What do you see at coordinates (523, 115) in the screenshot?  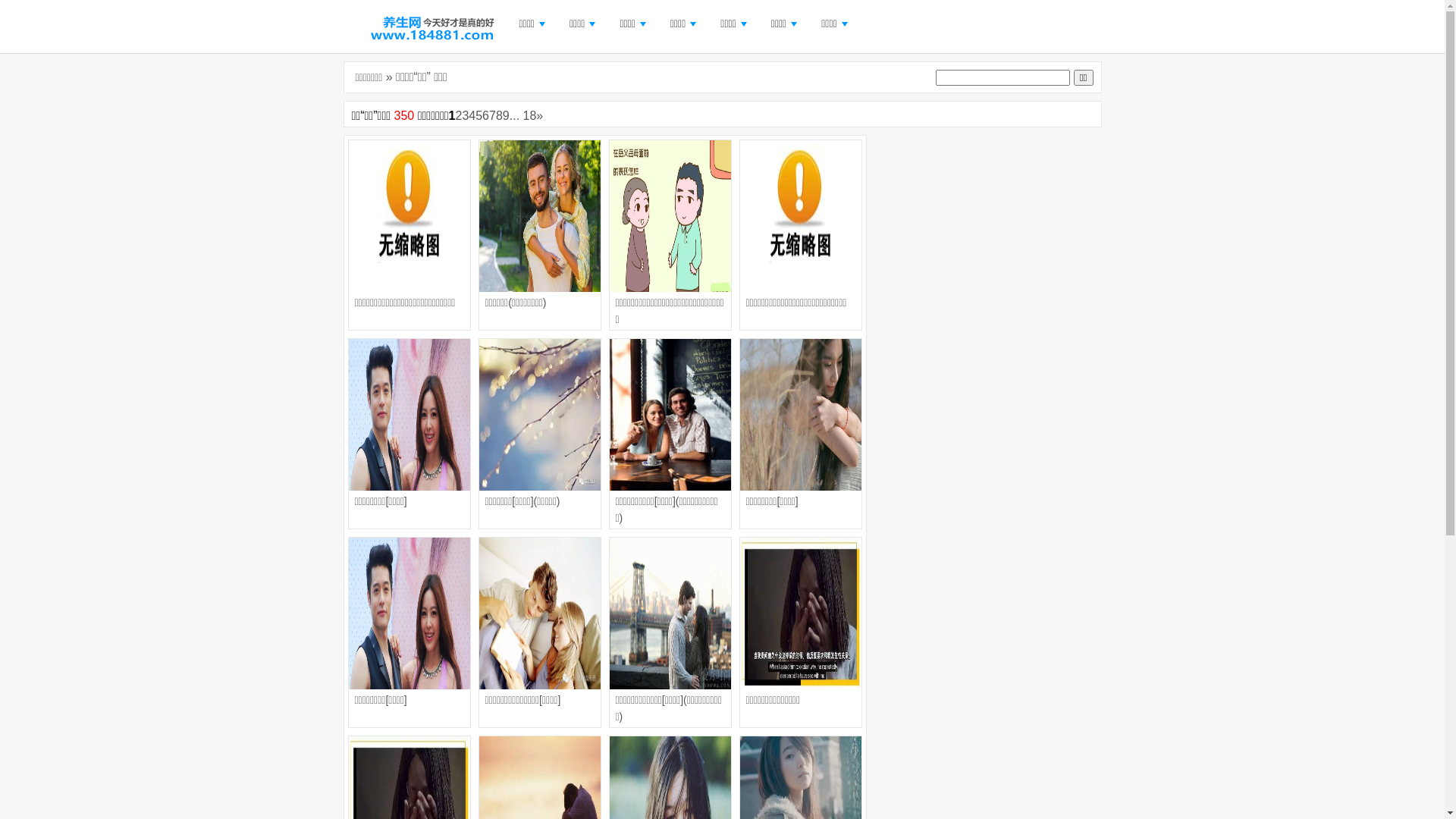 I see `'... 18'` at bounding box center [523, 115].